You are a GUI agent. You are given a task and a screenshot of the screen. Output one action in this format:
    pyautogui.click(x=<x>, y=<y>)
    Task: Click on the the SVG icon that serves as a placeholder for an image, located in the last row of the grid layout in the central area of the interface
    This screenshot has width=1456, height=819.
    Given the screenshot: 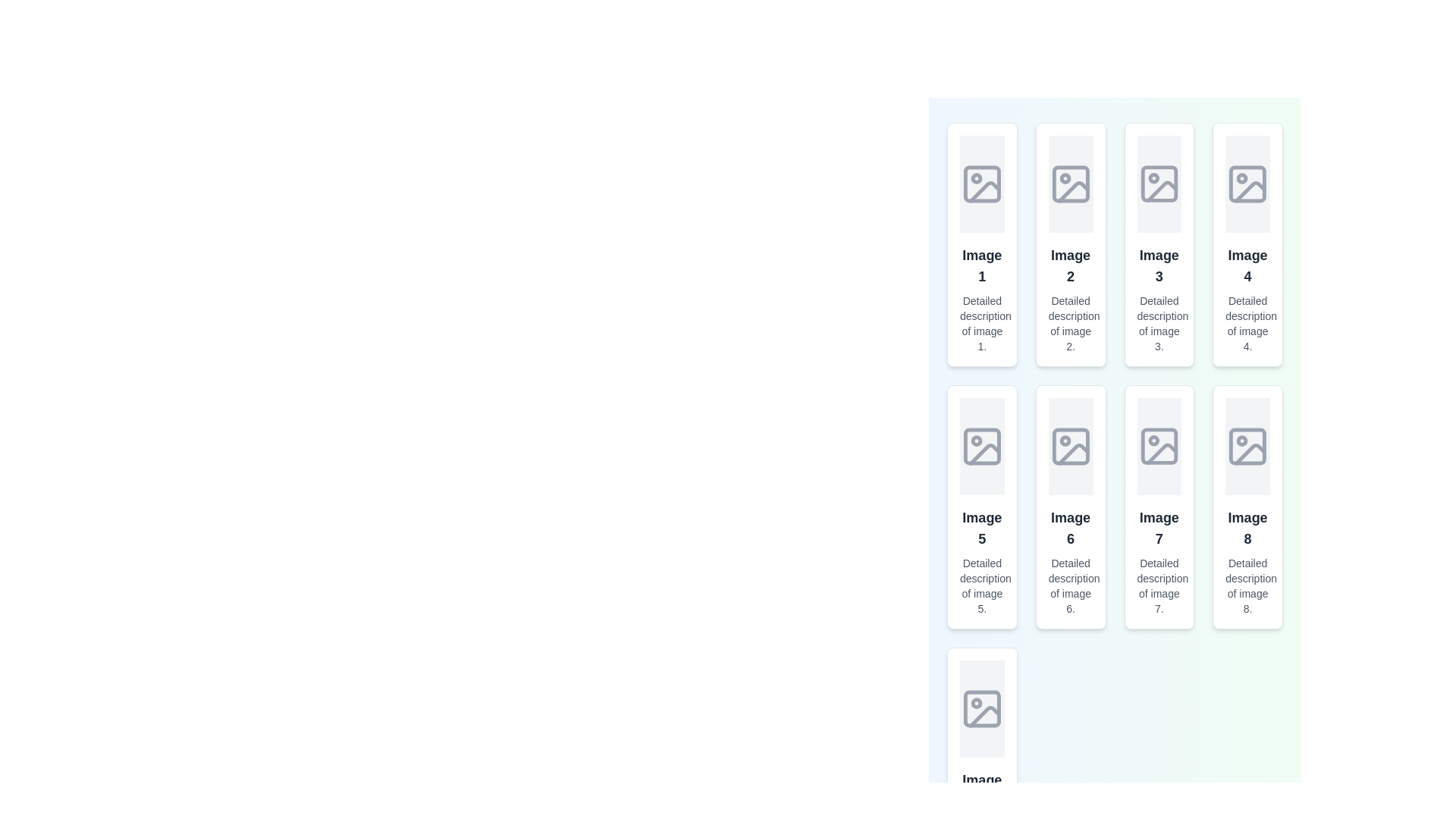 What is the action you would take?
    pyautogui.click(x=982, y=708)
    